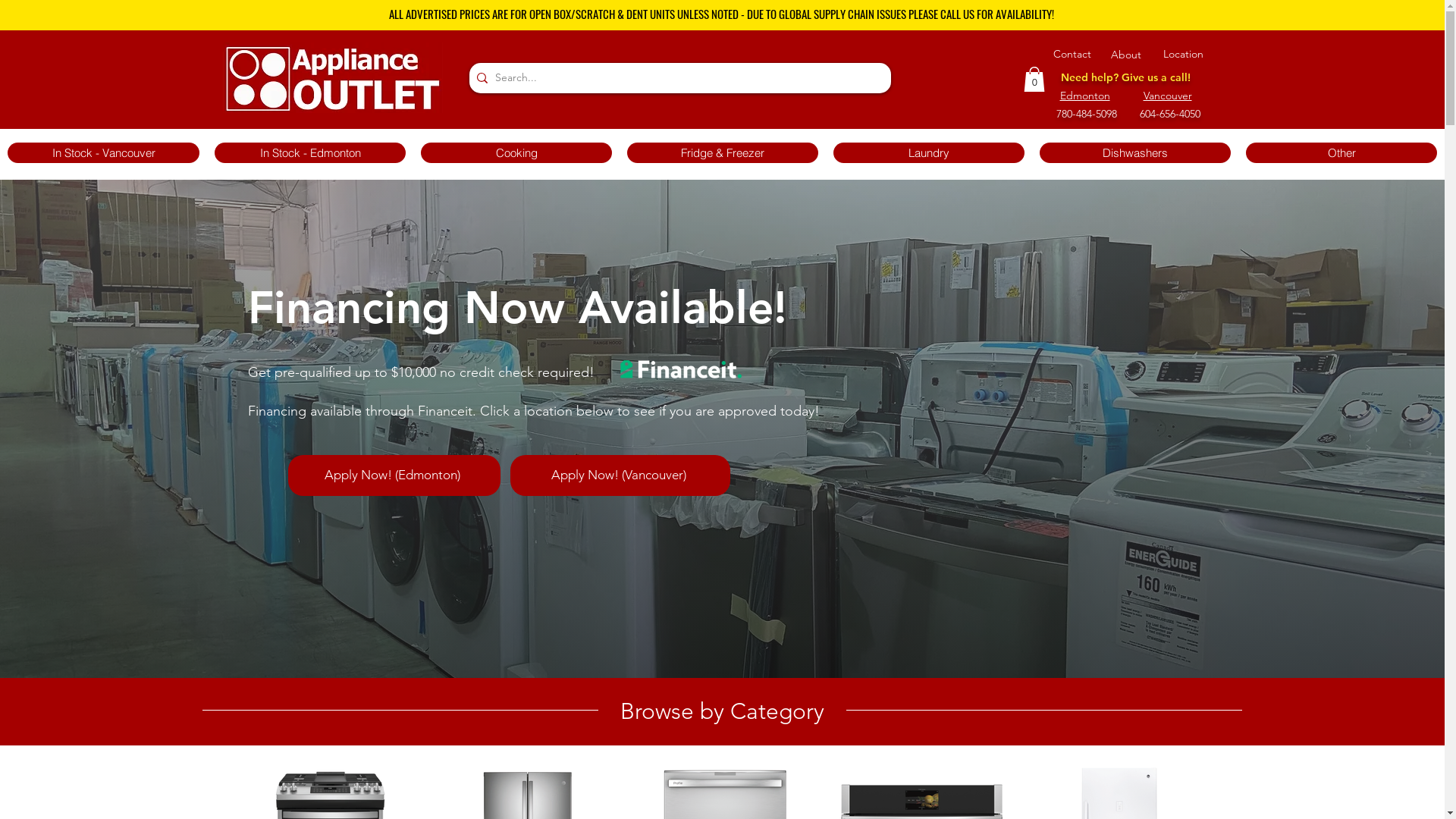 This screenshot has height=819, width=1456. I want to click on 'Laundry', so click(927, 152).